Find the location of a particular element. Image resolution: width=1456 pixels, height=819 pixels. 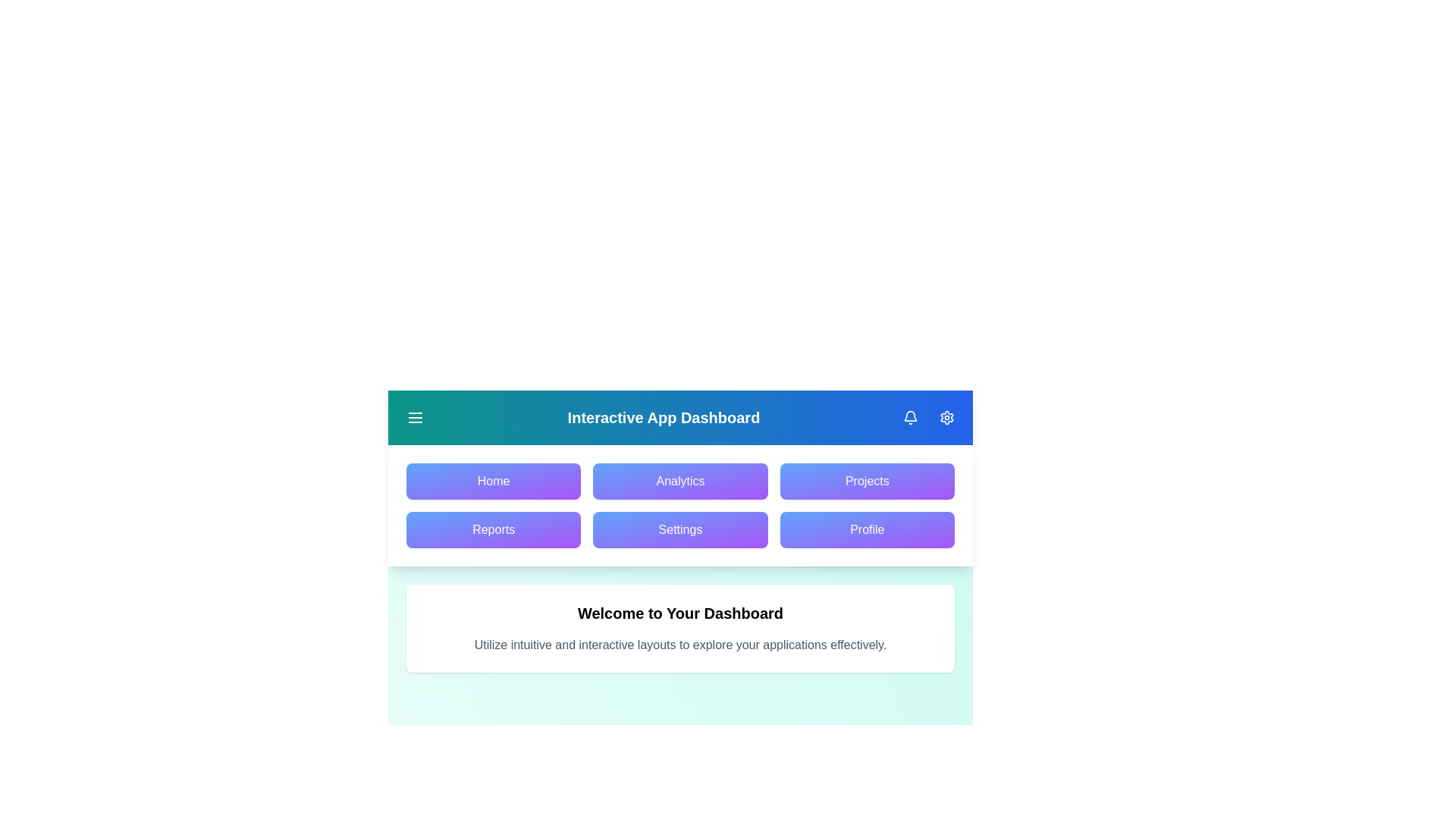

the navigation menu item Home is located at coordinates (494, 482).